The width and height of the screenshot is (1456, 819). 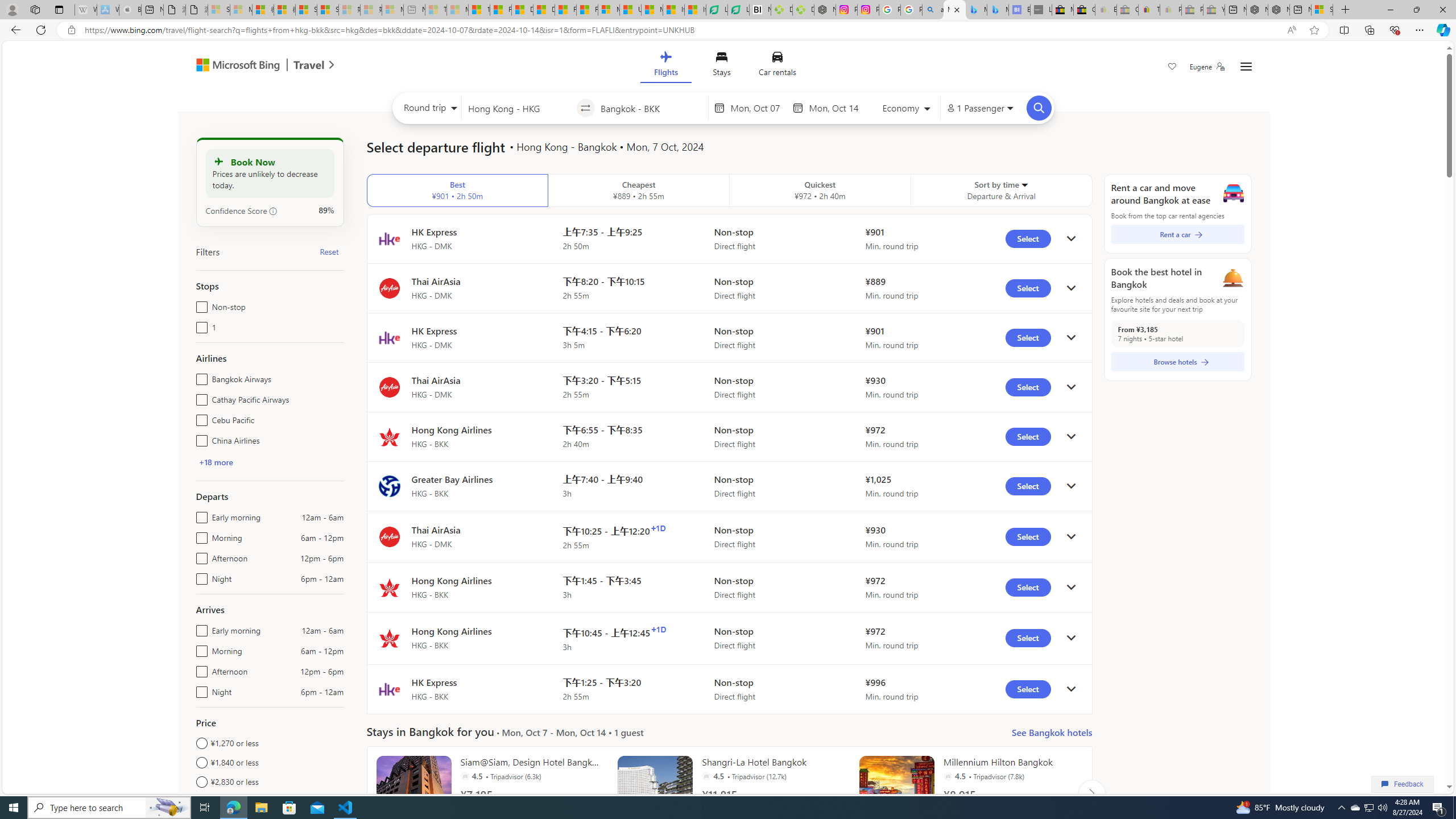 I want to click on 'Press Room - eBay Inc. - Sleeping', so click(x=1192, y=9).